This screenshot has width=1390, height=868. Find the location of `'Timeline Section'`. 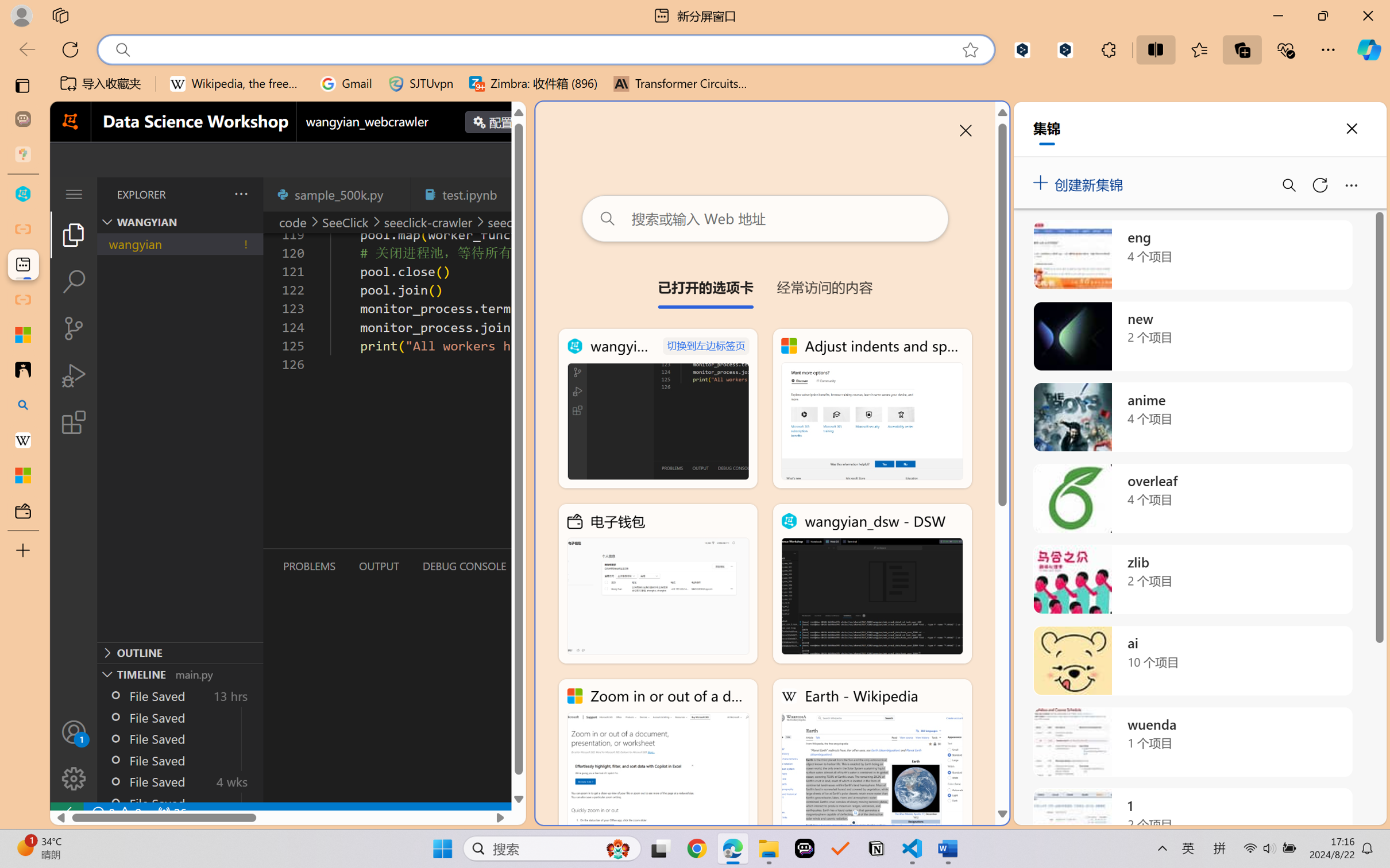

'Timeline Section' is located at coordinates (180, 674).